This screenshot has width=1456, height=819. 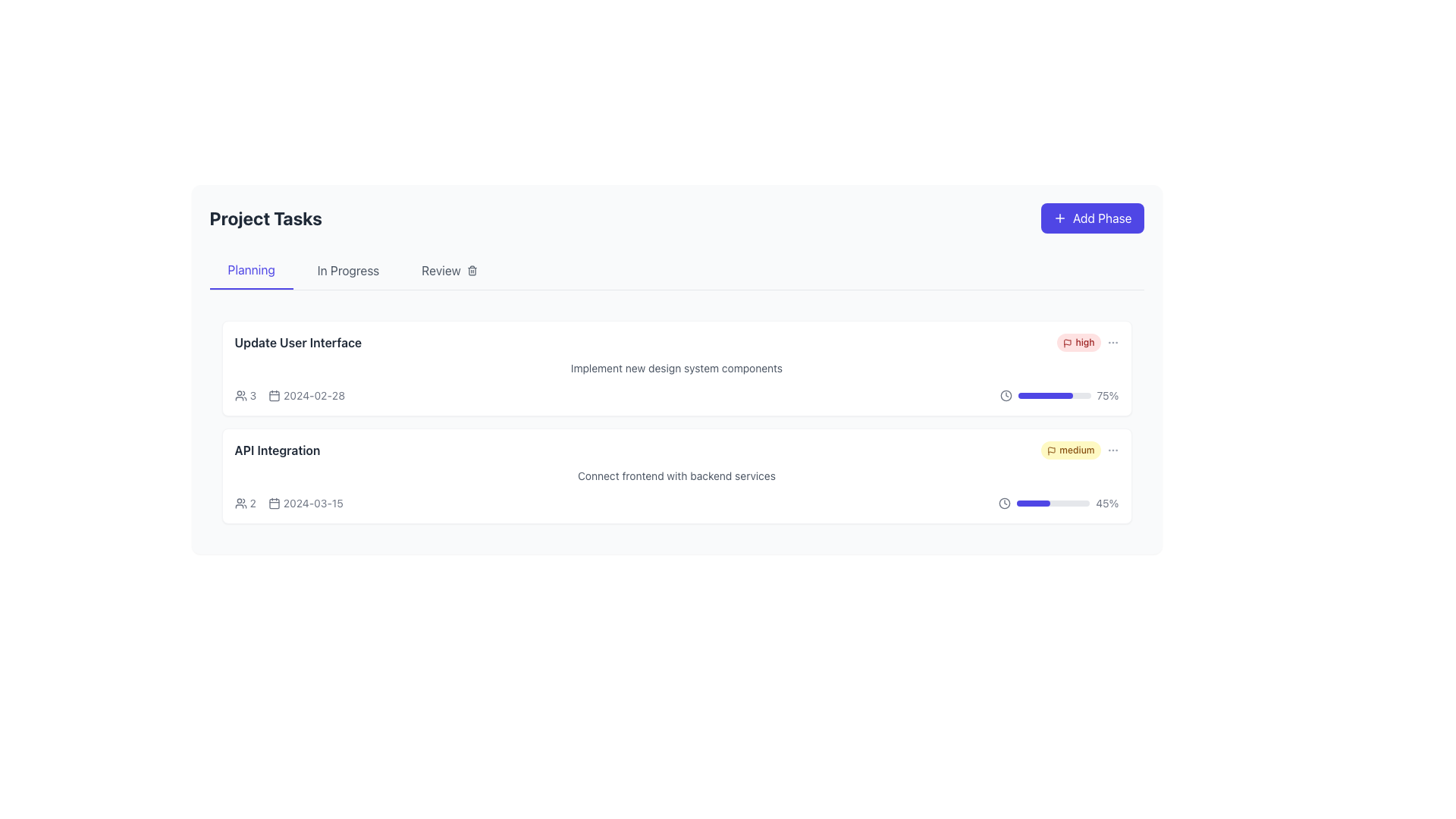 What do you see at coordinates (1006, 394) in the screenshot?
I see `the decorative circular outer border of the clock icon adjacent to the 'API Integration' task` at bounding box center [1006, 394].